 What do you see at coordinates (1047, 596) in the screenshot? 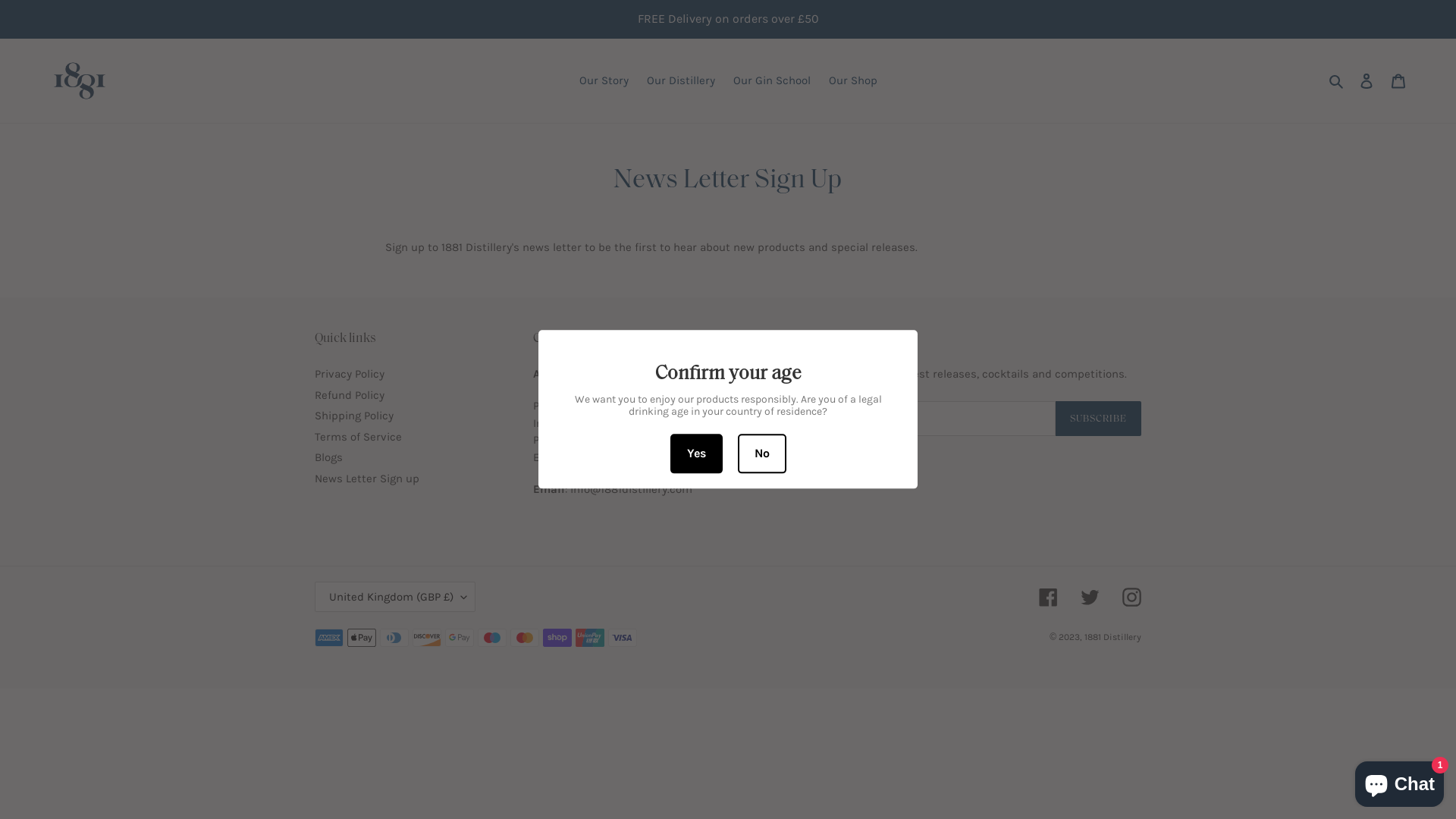
I see `'Facebook'` at bounding box center [1047, 596].